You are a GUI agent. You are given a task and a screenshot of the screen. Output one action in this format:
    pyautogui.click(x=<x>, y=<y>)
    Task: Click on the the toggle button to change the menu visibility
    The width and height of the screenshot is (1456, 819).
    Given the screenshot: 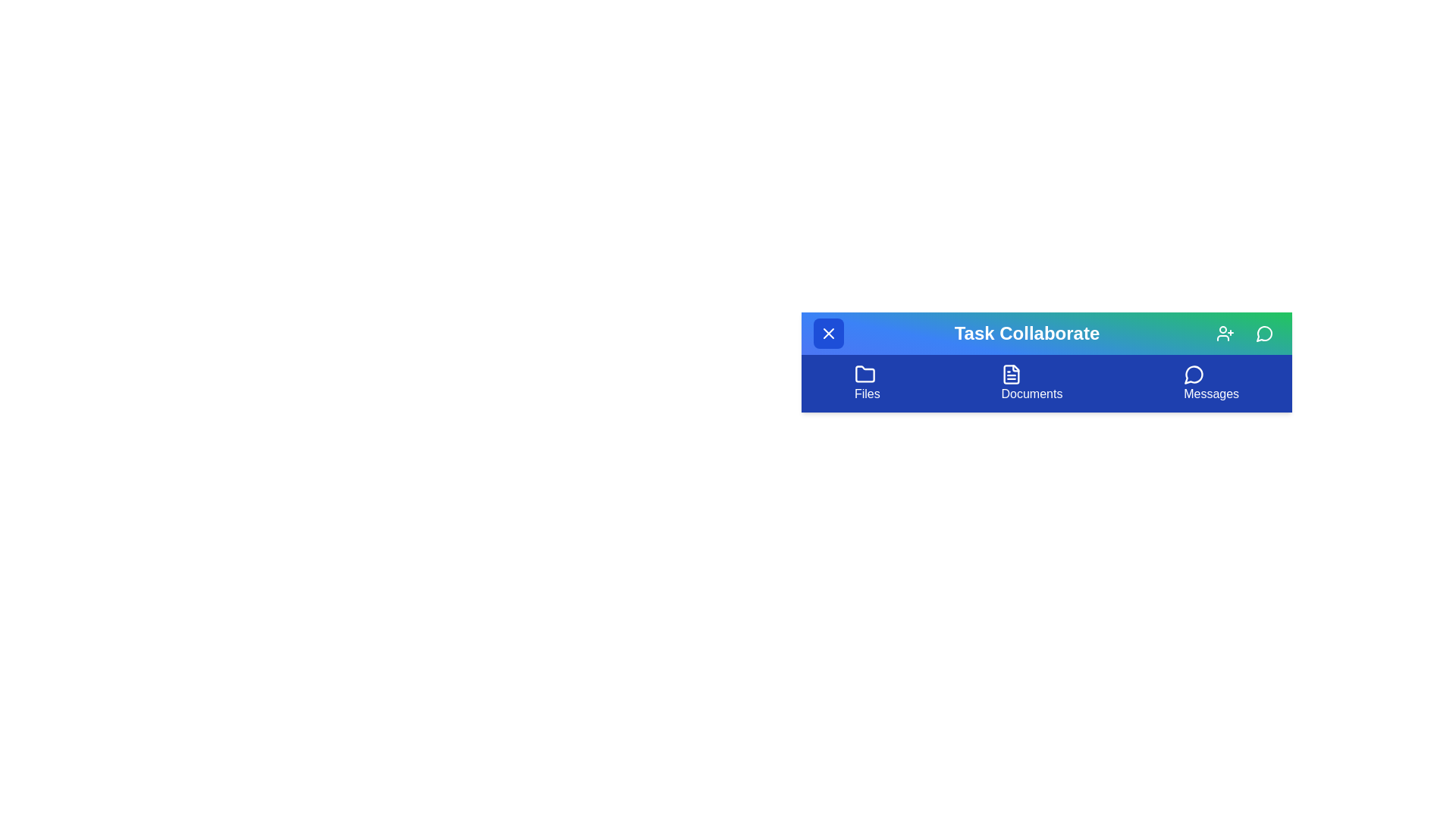 What is the action you would take?
    pyautogui.click(x=828, y=332)
    